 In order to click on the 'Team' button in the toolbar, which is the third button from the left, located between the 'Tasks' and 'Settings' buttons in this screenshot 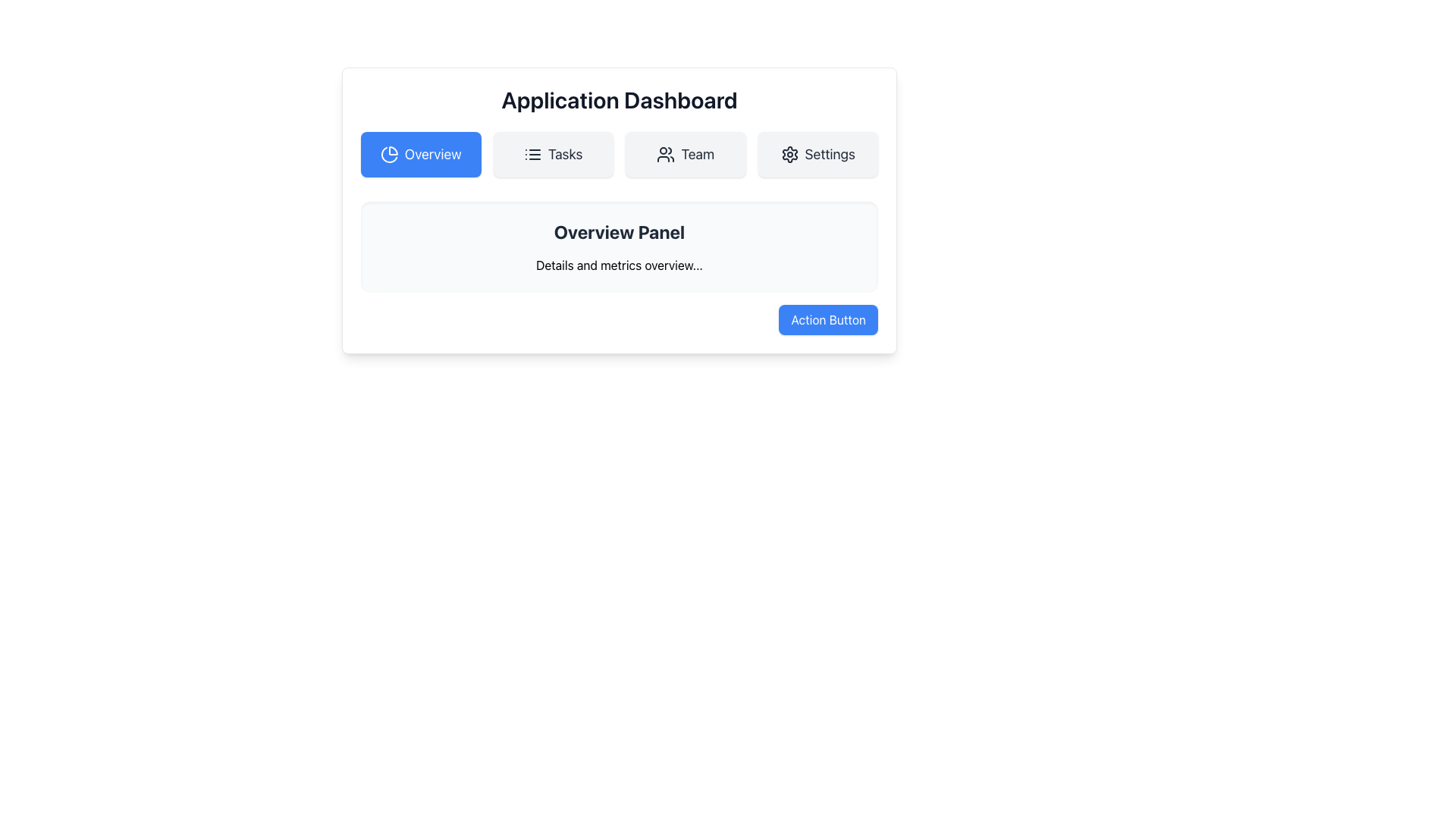, I will do `click(666, 155)`.